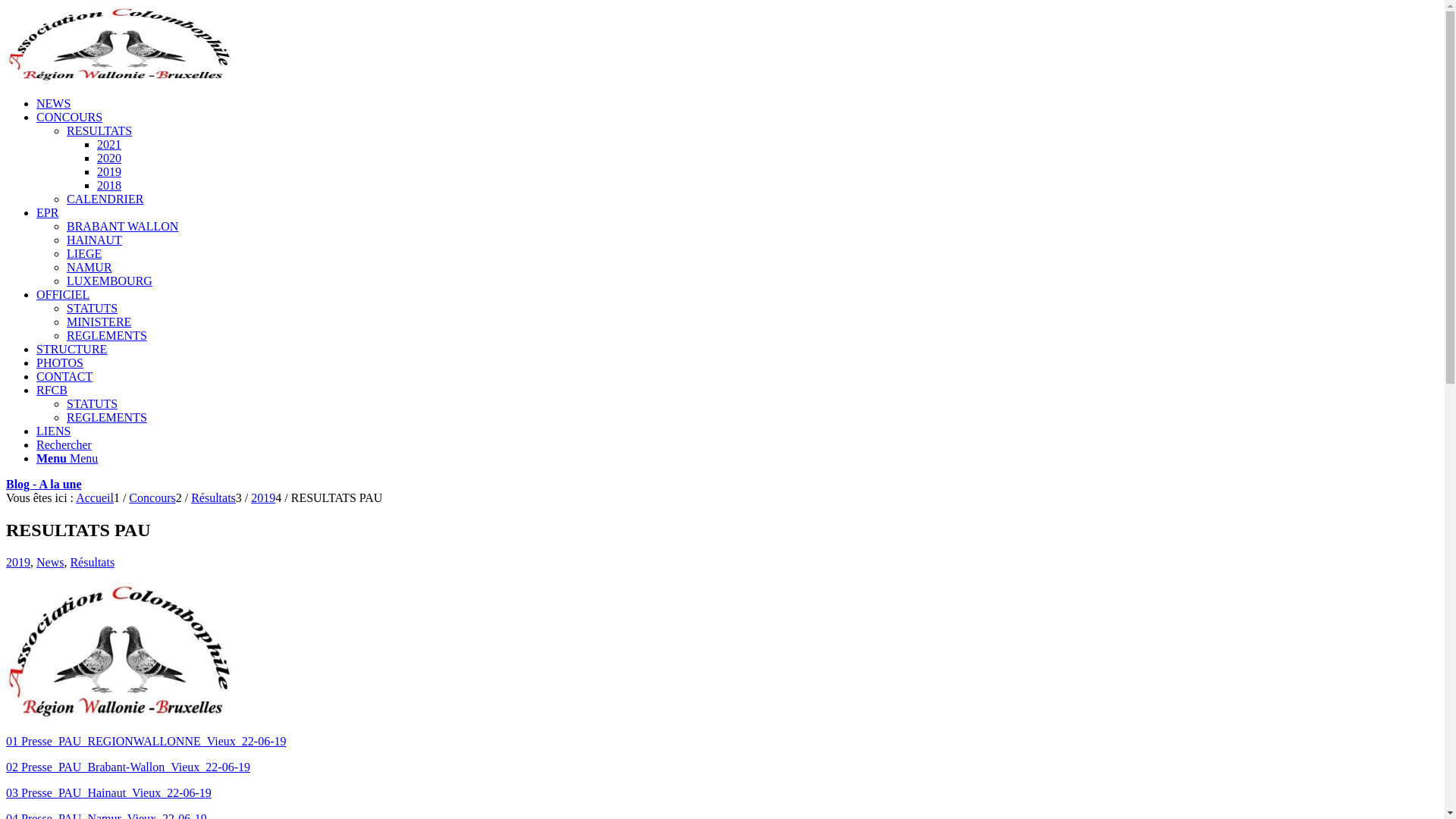 This screenshot has height=819, width=1456. I want to click on 'MINISTERE', so click(98, 321).